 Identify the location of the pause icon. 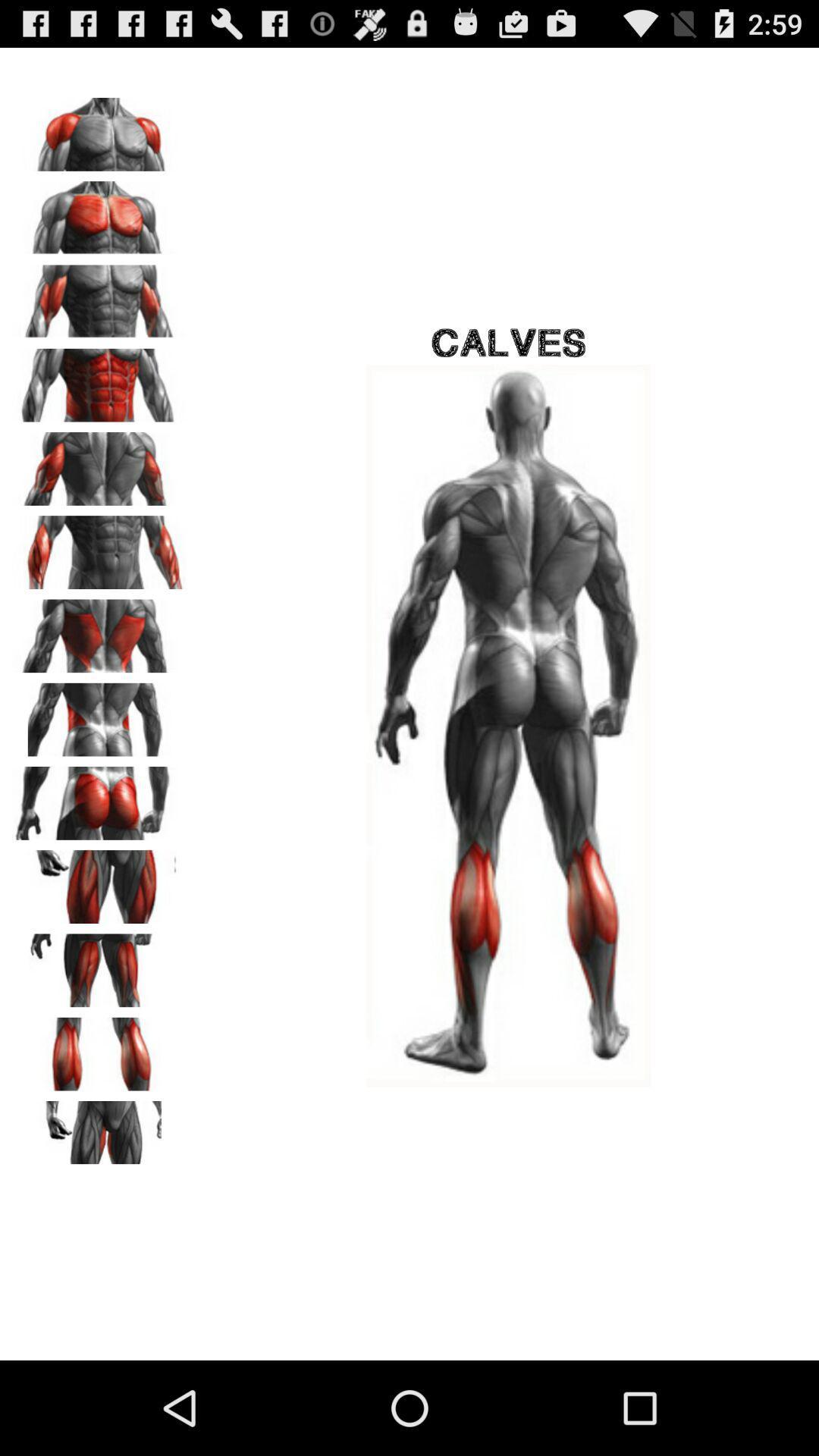
(99, 854).